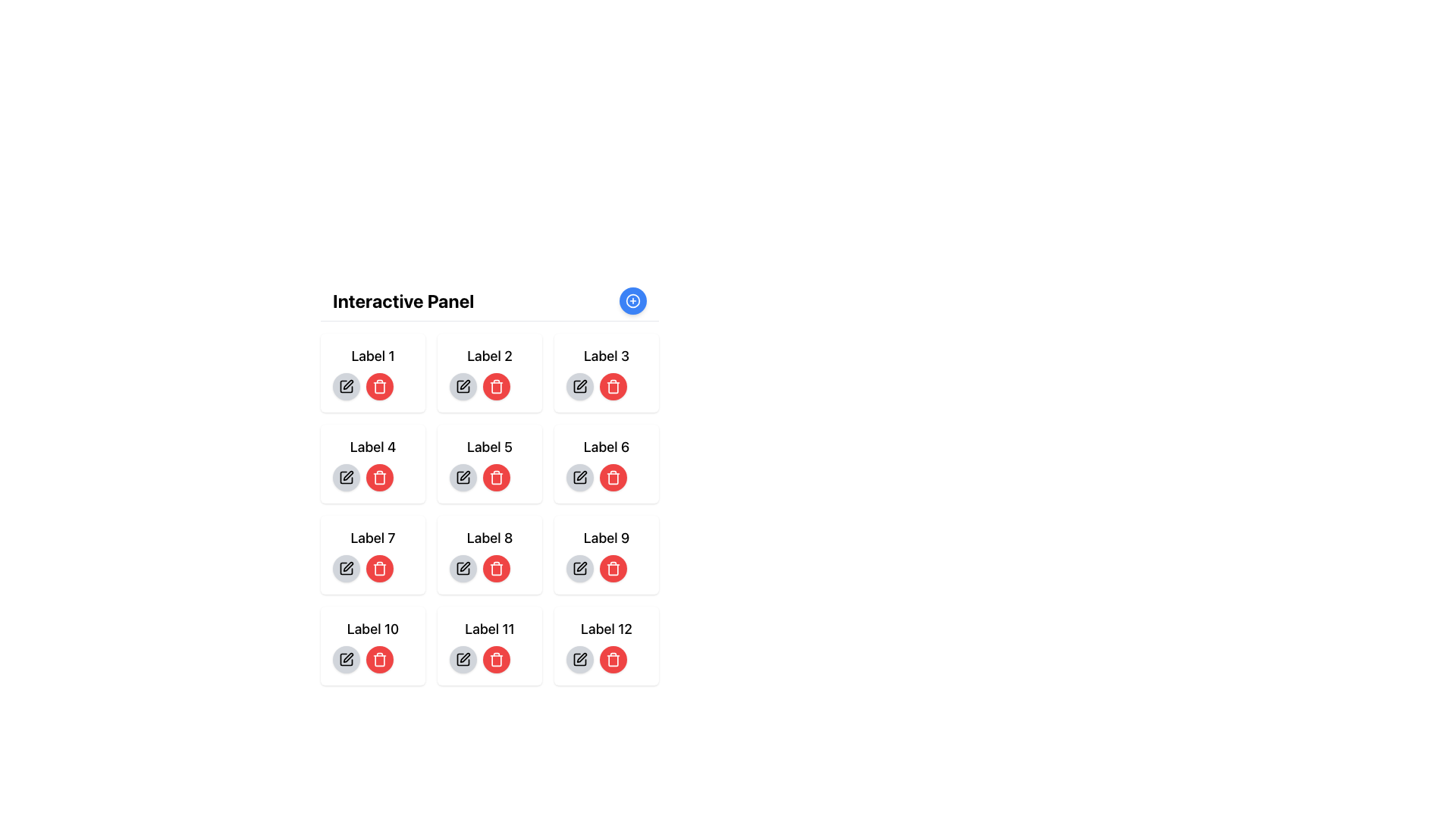 This screenshot has height=819, width=1456. What do you see at coordinates (607, 463) in the screenshot?
I see `the delete button located beneath the 'Label 6' text, which is the rightmost button in the sixth item of a 3-column grid layout` at bounding box center [607, 463].